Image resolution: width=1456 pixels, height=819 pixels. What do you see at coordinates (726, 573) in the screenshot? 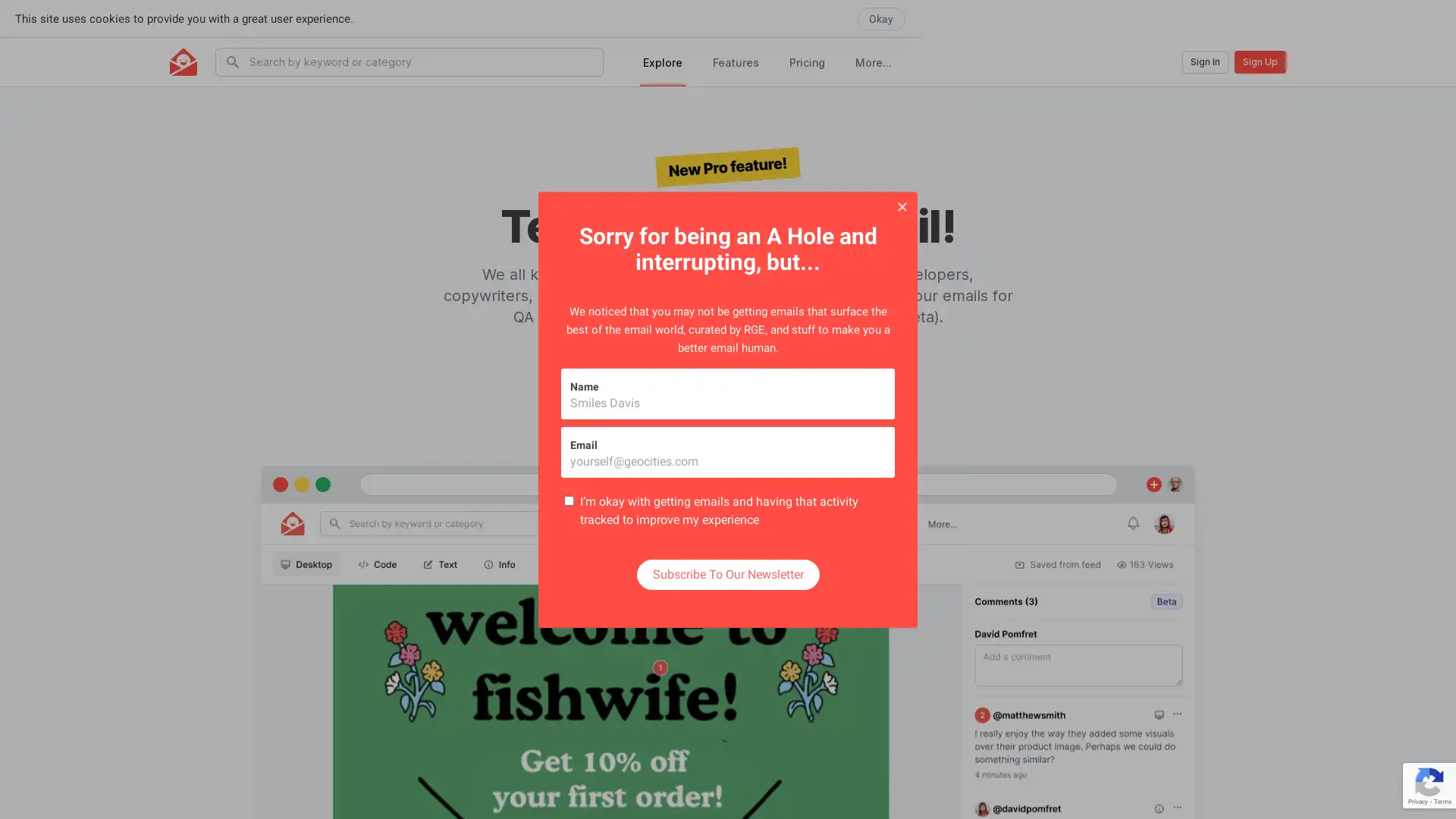
I see `Subscribe To Our Newsletter` at bounding box center [726, 573].